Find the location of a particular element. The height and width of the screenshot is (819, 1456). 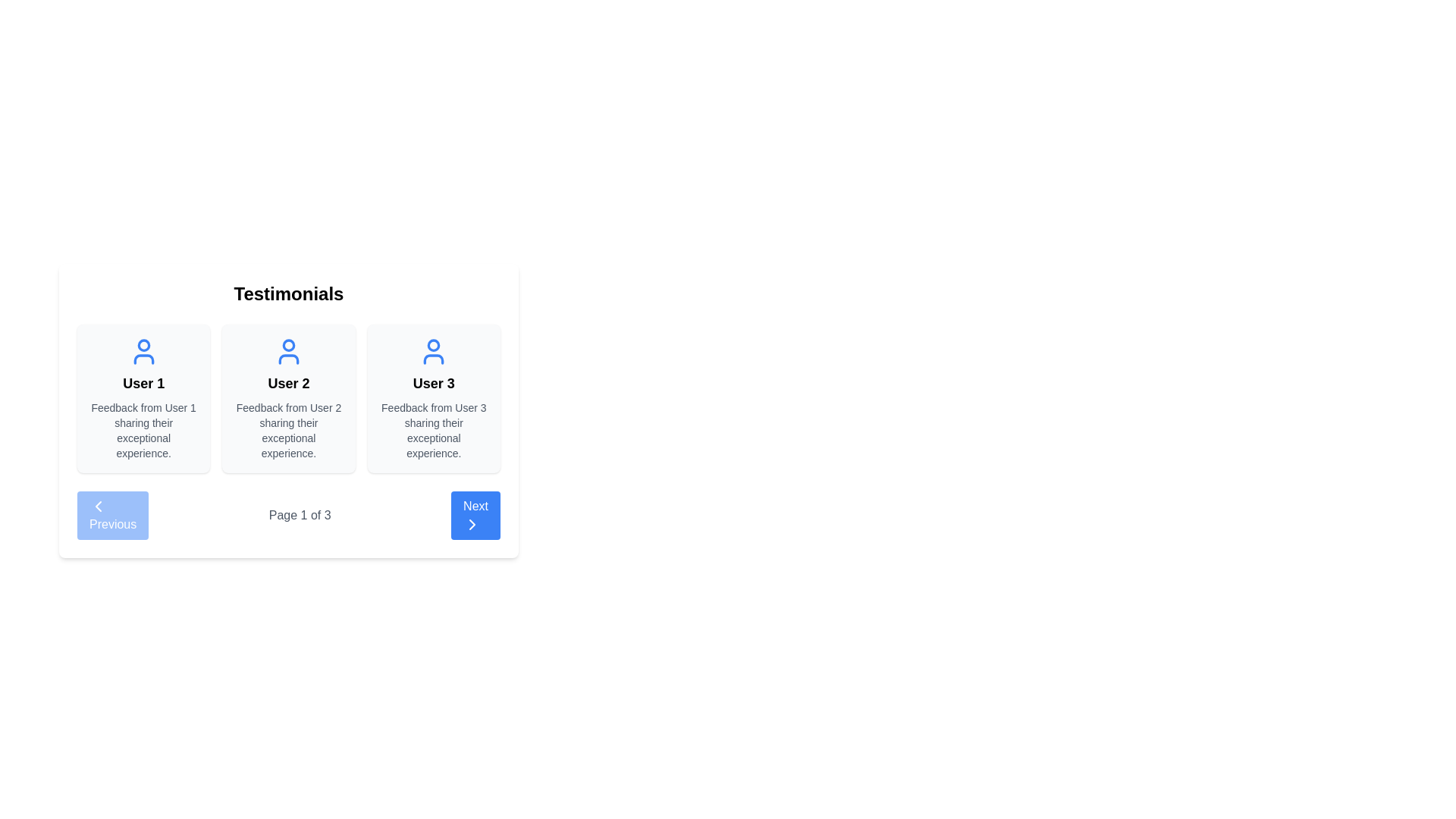

the 'Previous Page' button located in the bottom-left section of the pagination control is located at coordinates (112, 514).